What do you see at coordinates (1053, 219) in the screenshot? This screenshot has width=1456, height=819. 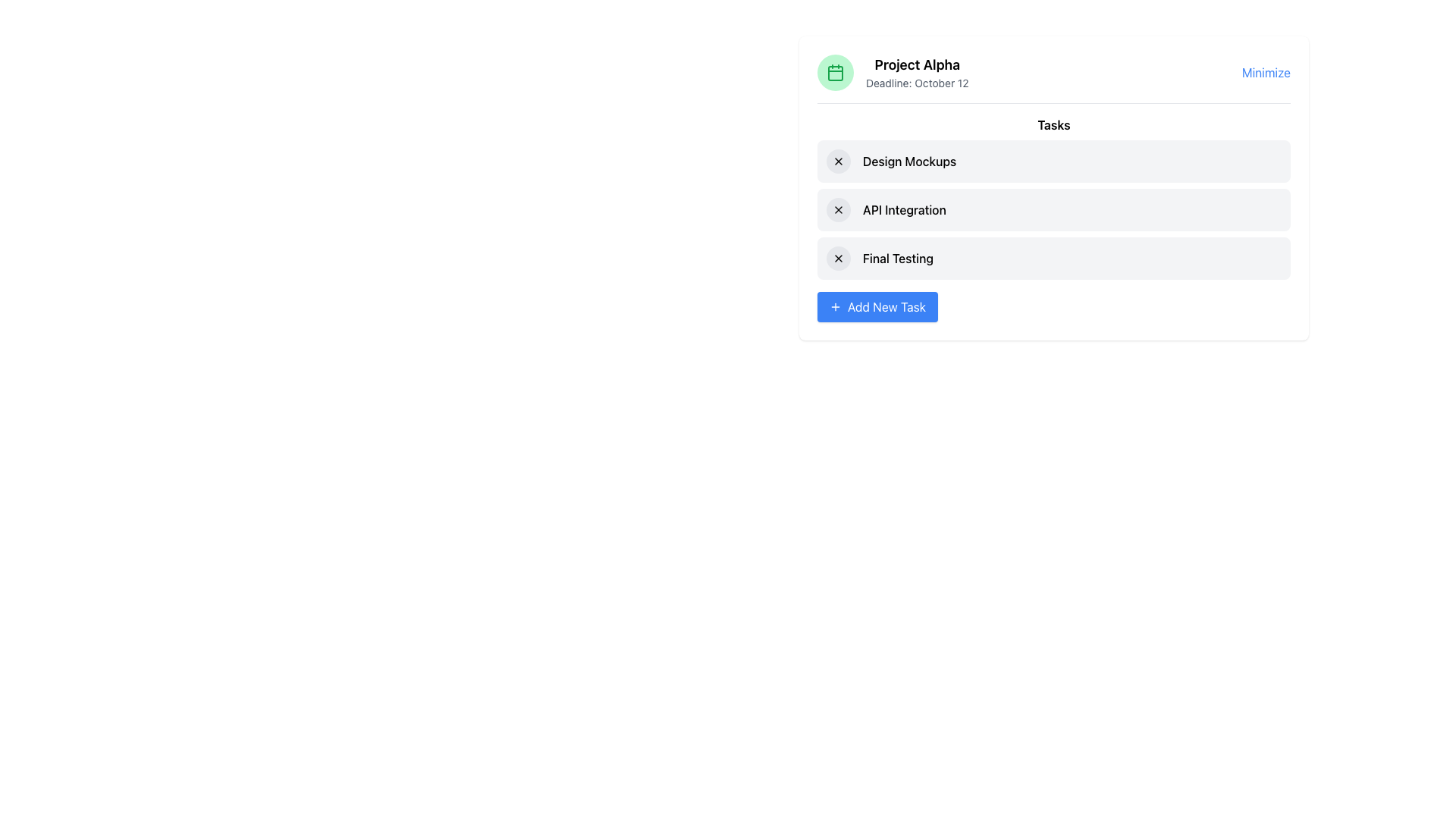 I see `a task in the Task List within the 'Tasks' section of the 'Project Alpha' card` at bounding box center [1053, 219].